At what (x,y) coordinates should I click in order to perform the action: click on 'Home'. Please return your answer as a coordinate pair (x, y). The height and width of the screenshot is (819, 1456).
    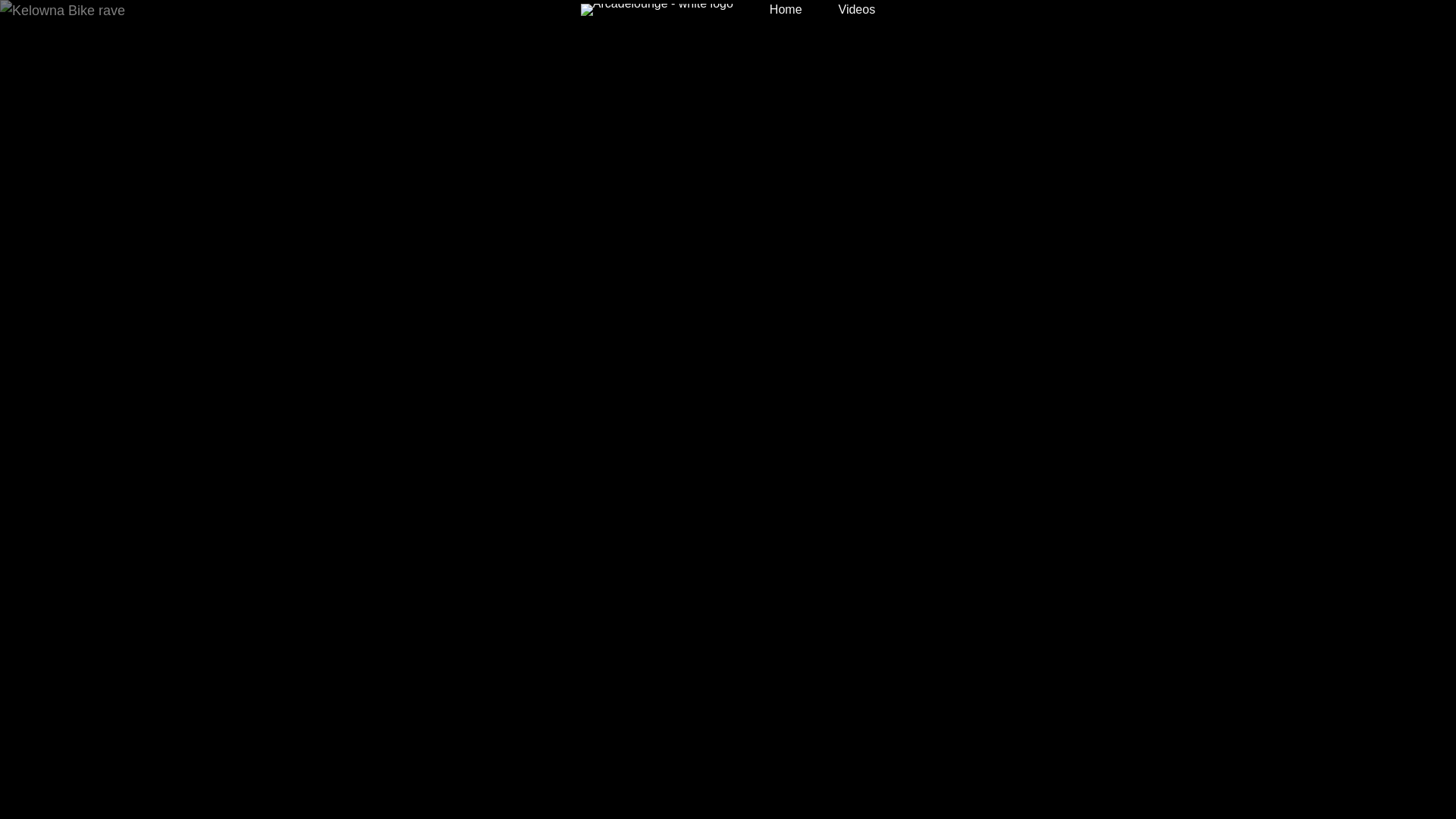
    Looking at the image, I should click on (786, 9).